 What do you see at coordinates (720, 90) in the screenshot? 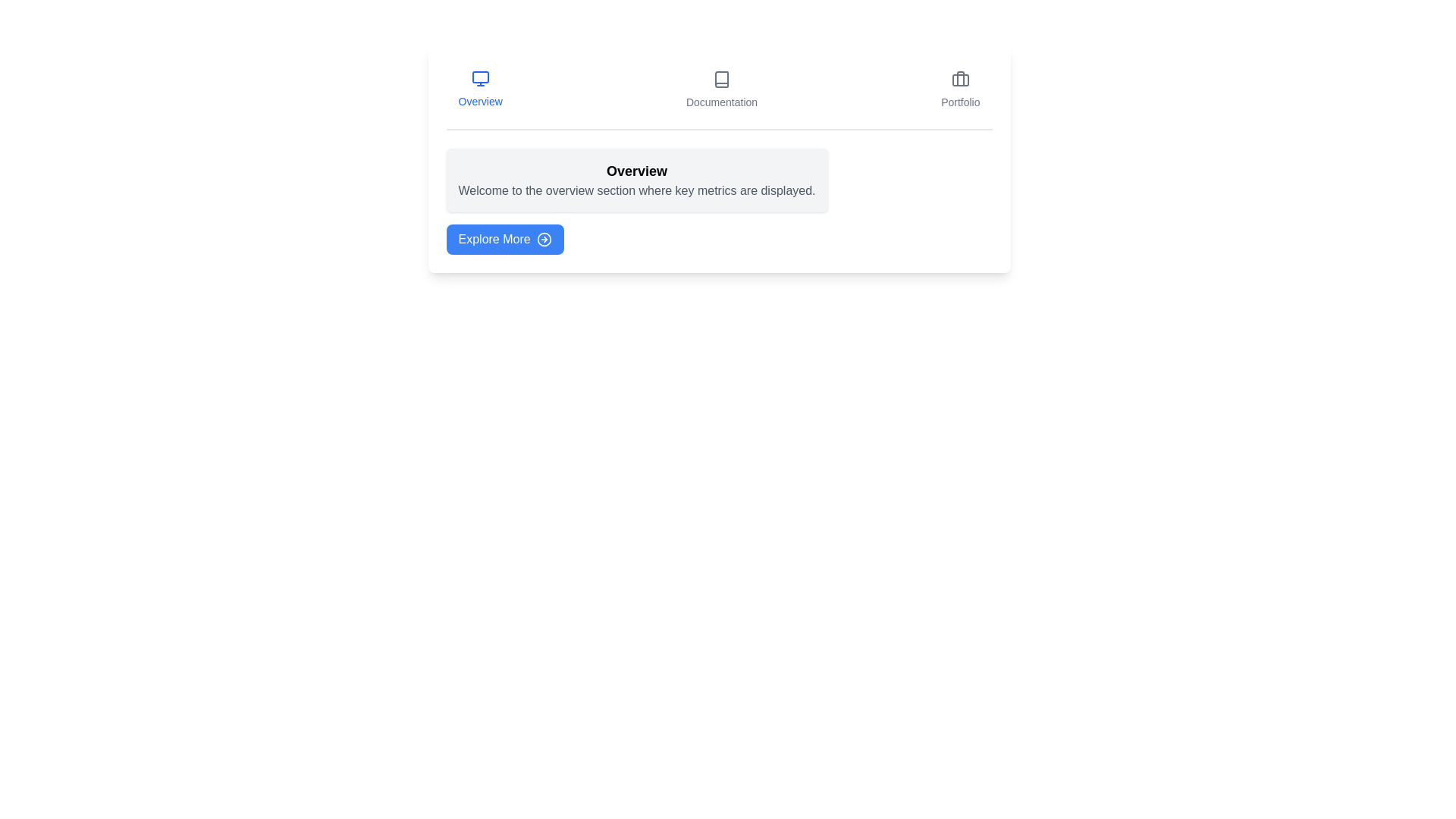
I see `the tab labeled Documentation to preview its interactive effect` at bounding box center [720, 90].